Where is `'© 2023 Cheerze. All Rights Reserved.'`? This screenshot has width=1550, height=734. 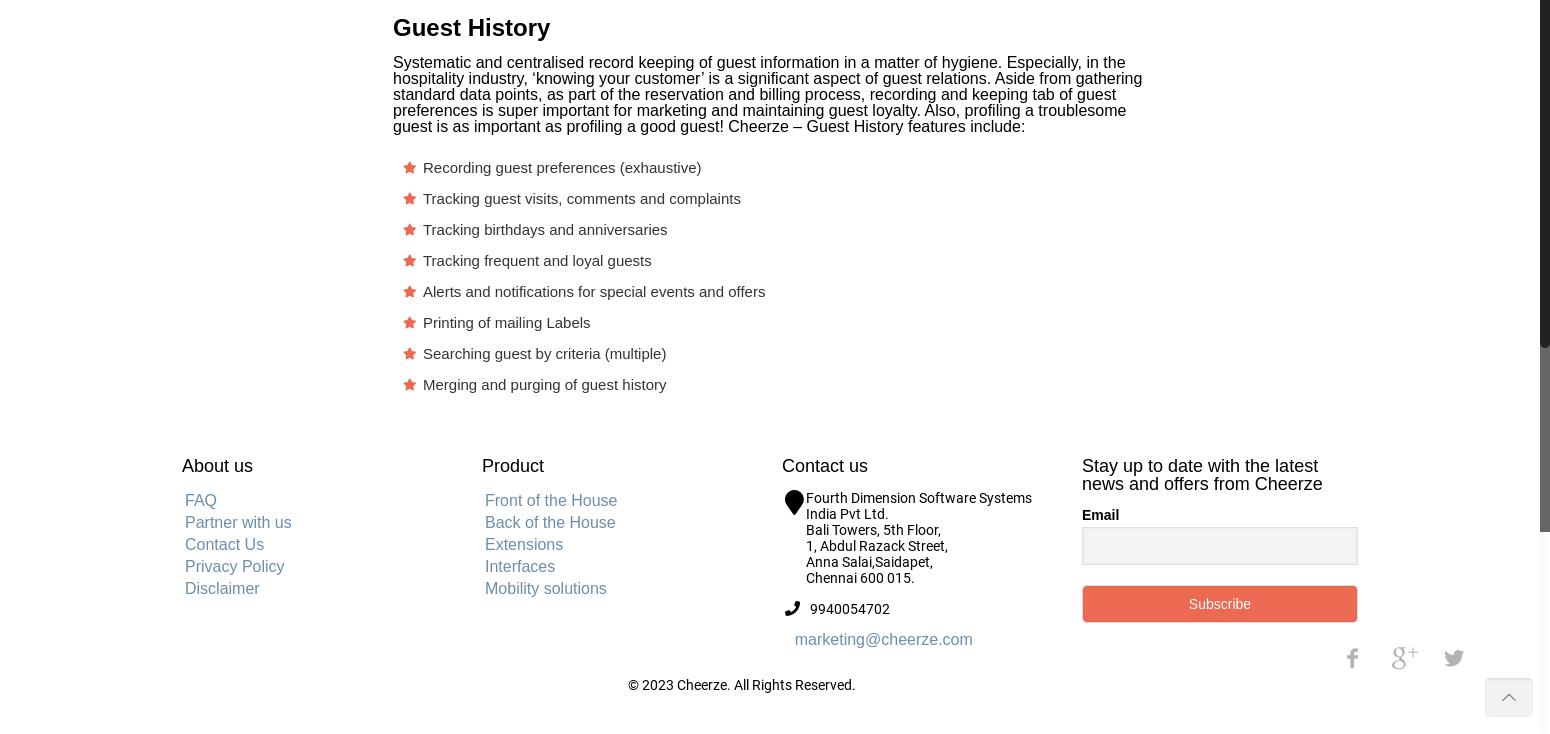 '© 2023 Cheerze. All Rights Reserved.' is located at coordinates (627, 684).